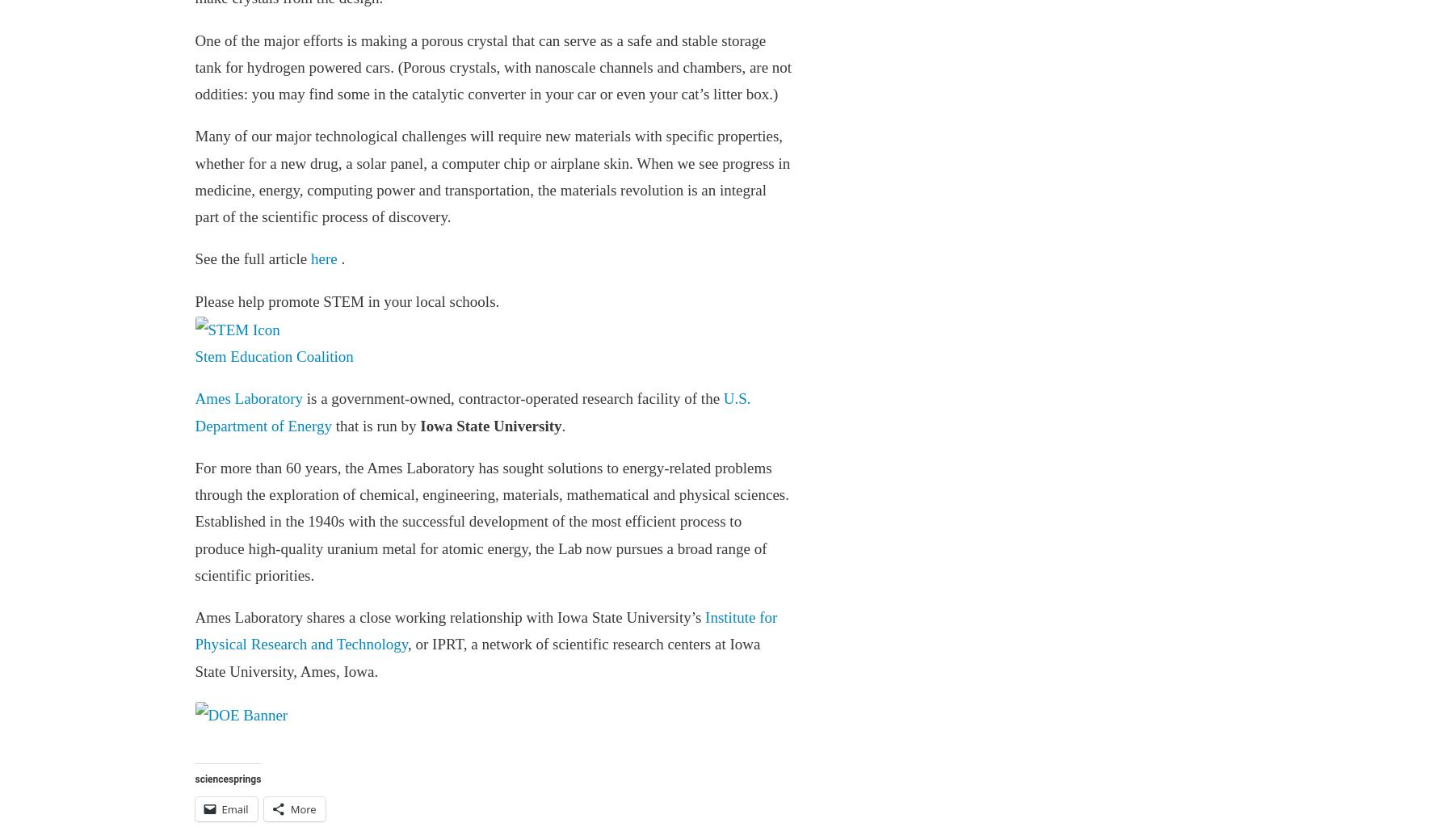  Describe the element at coordinates (485, 630) in the screenshot. I see `'Institute for Physical Research and Technology'` at that location.